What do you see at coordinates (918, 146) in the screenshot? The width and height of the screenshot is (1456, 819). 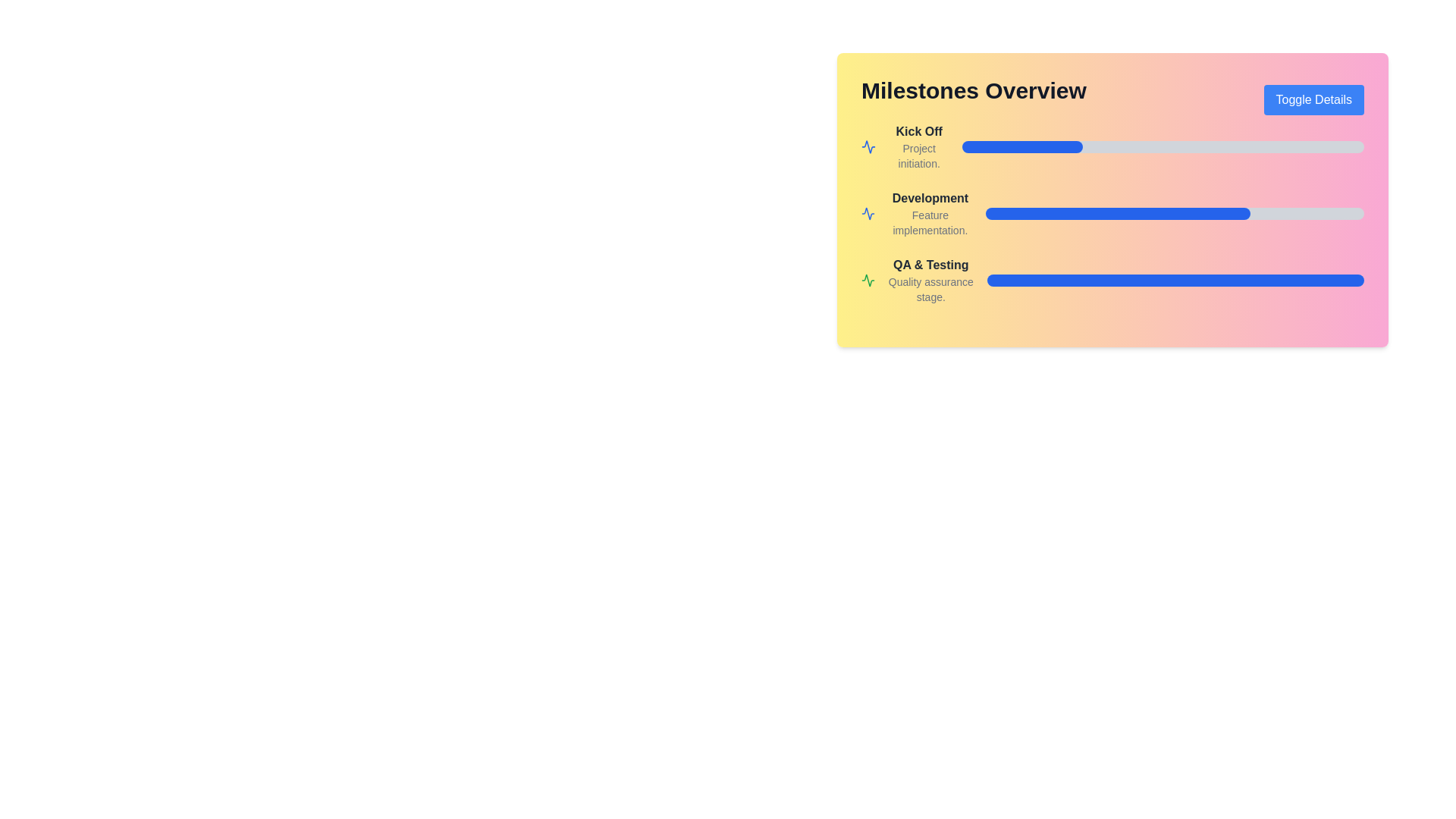 I see `the text block that displays 'Kick Off' and 'Project initiation.' in the Milestones Overview section` at bounding box center [918, 146].